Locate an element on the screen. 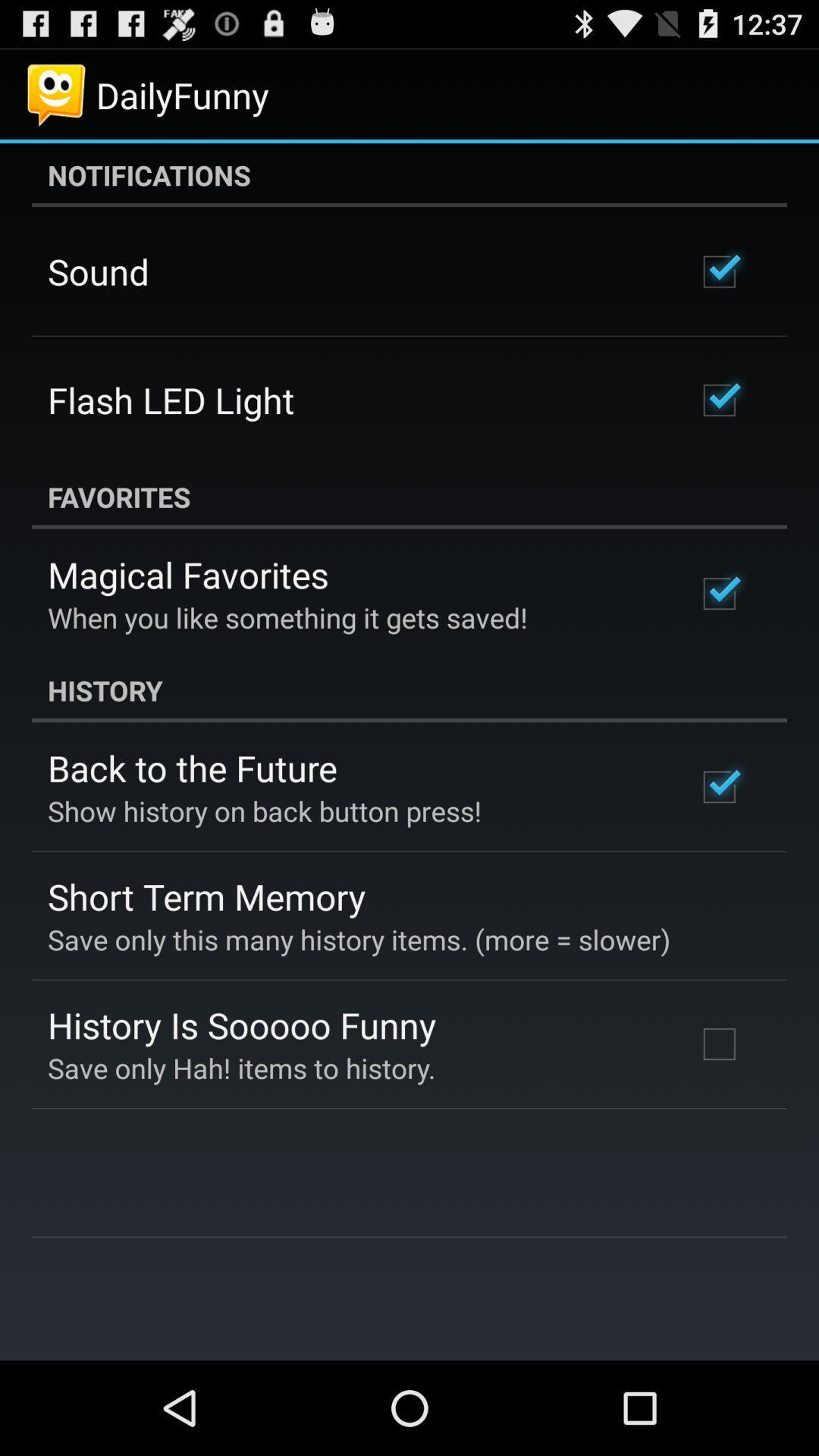 Image resolution: width=819 pixels, height=1456 pixels. history is sooooo is located at coordinates (241, 1025).